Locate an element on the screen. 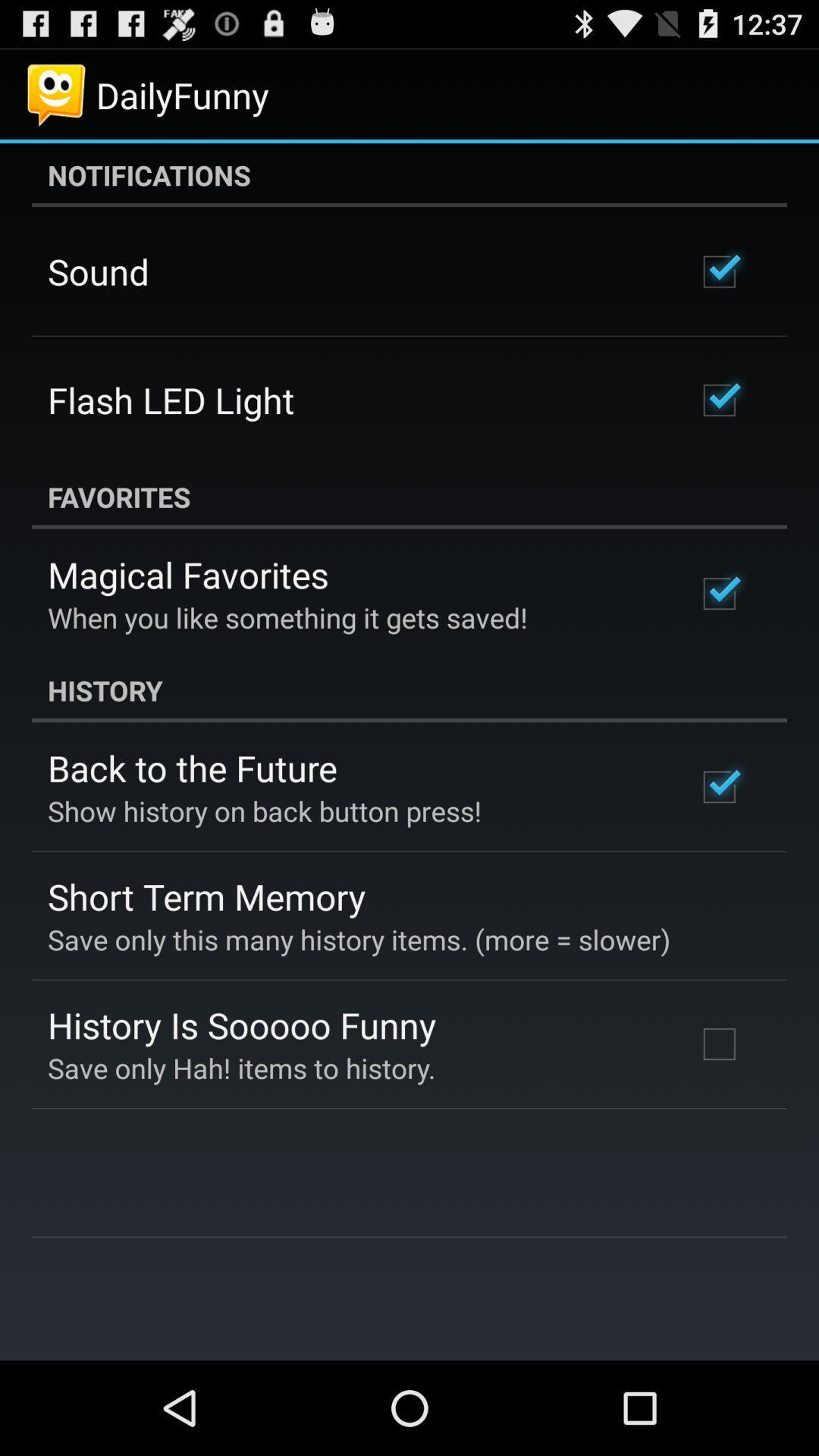 Image resolution: width=819 pixels, height=1456 pixels. history is sooooo is located at coordinates (241, 1025).